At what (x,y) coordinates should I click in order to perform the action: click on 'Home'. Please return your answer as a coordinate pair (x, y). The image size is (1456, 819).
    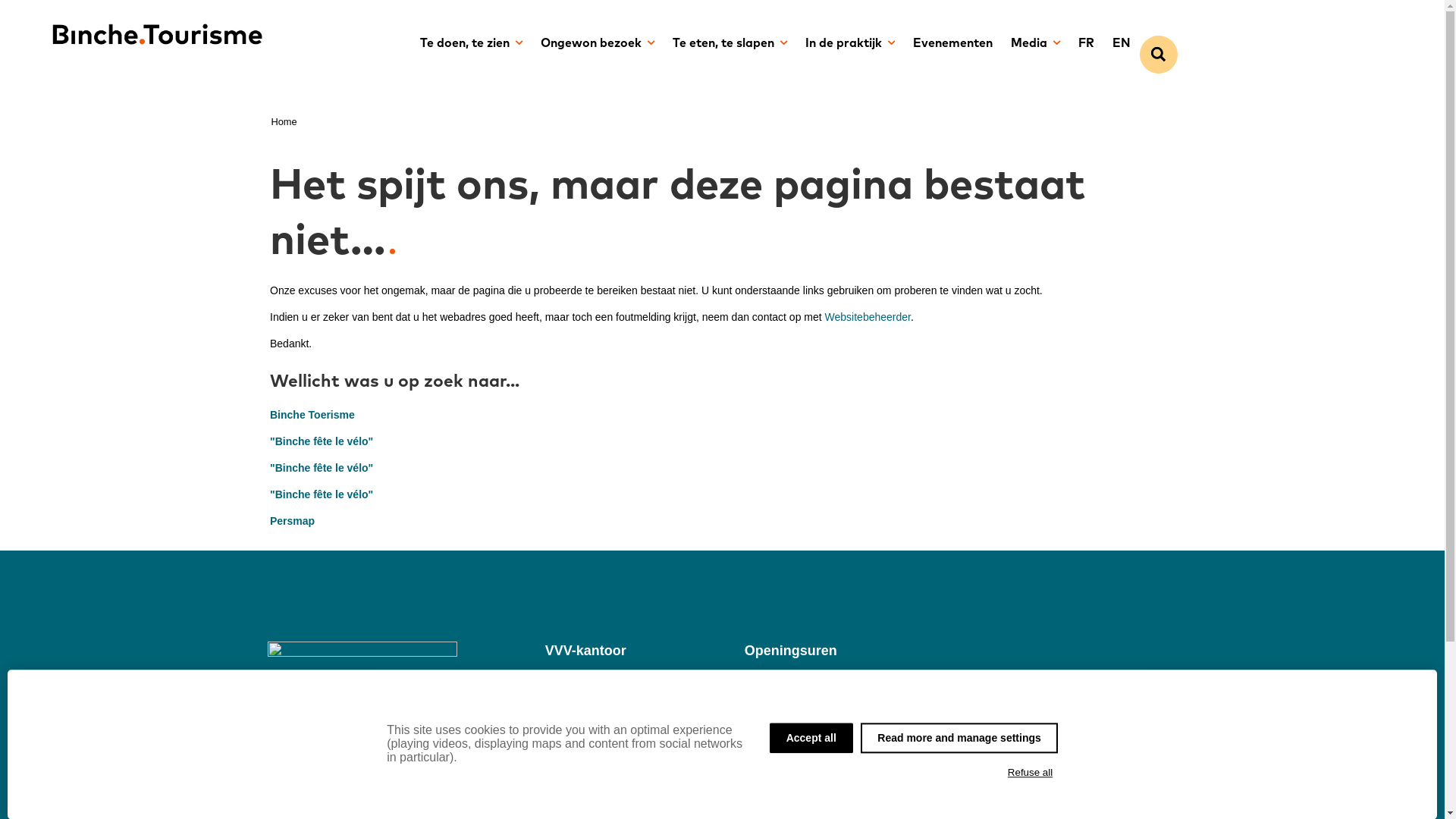
    Looking at the image, I should click on (271, 121).